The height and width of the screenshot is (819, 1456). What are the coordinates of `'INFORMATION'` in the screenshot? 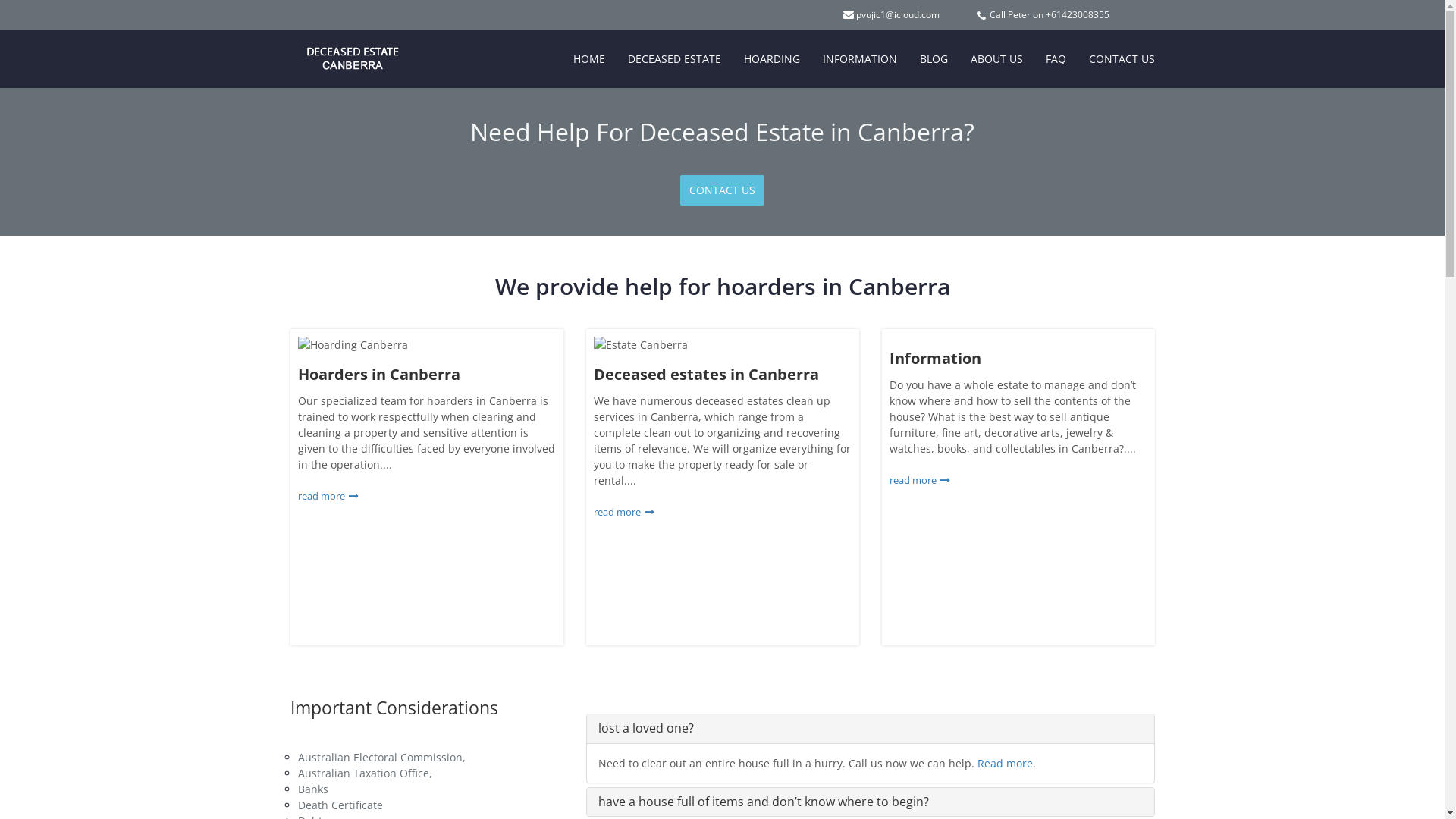 It's located at (859, 58).